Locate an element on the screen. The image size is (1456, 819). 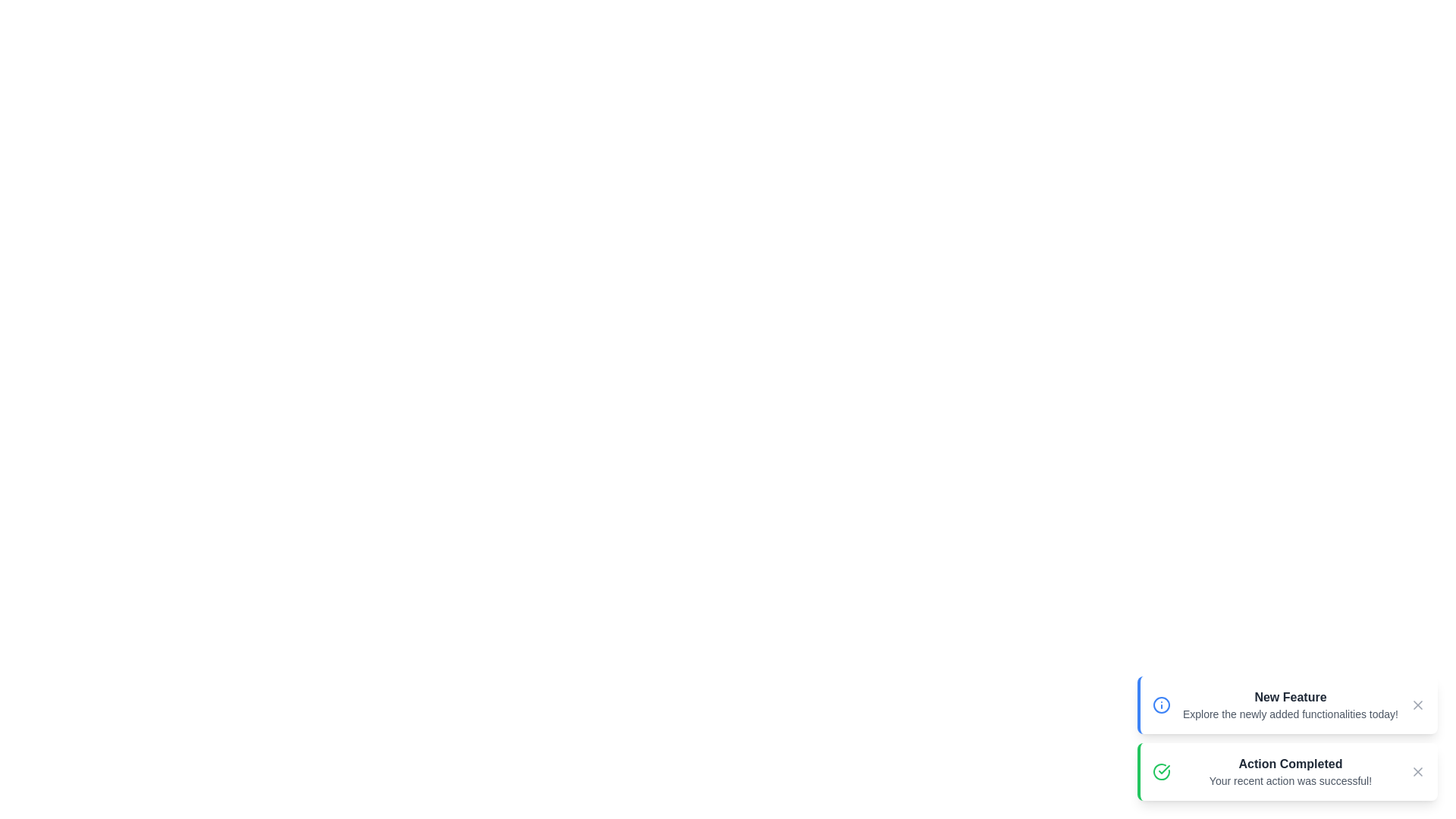
close button to dismiss the message is located at coordinates (1417, 704).